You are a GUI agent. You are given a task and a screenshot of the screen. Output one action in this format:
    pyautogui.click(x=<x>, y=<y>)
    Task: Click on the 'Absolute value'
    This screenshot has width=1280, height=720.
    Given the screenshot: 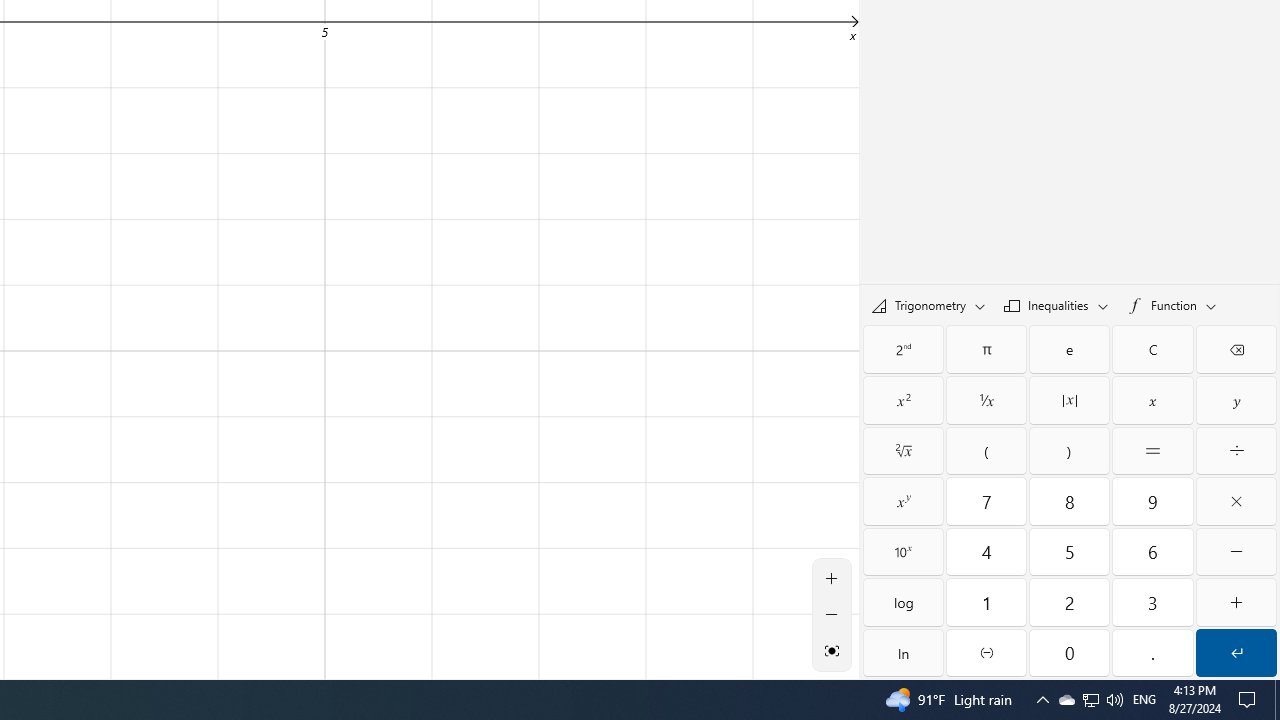 What is the action you would take?
    pyautogui.click(x=1068, y=400)
    